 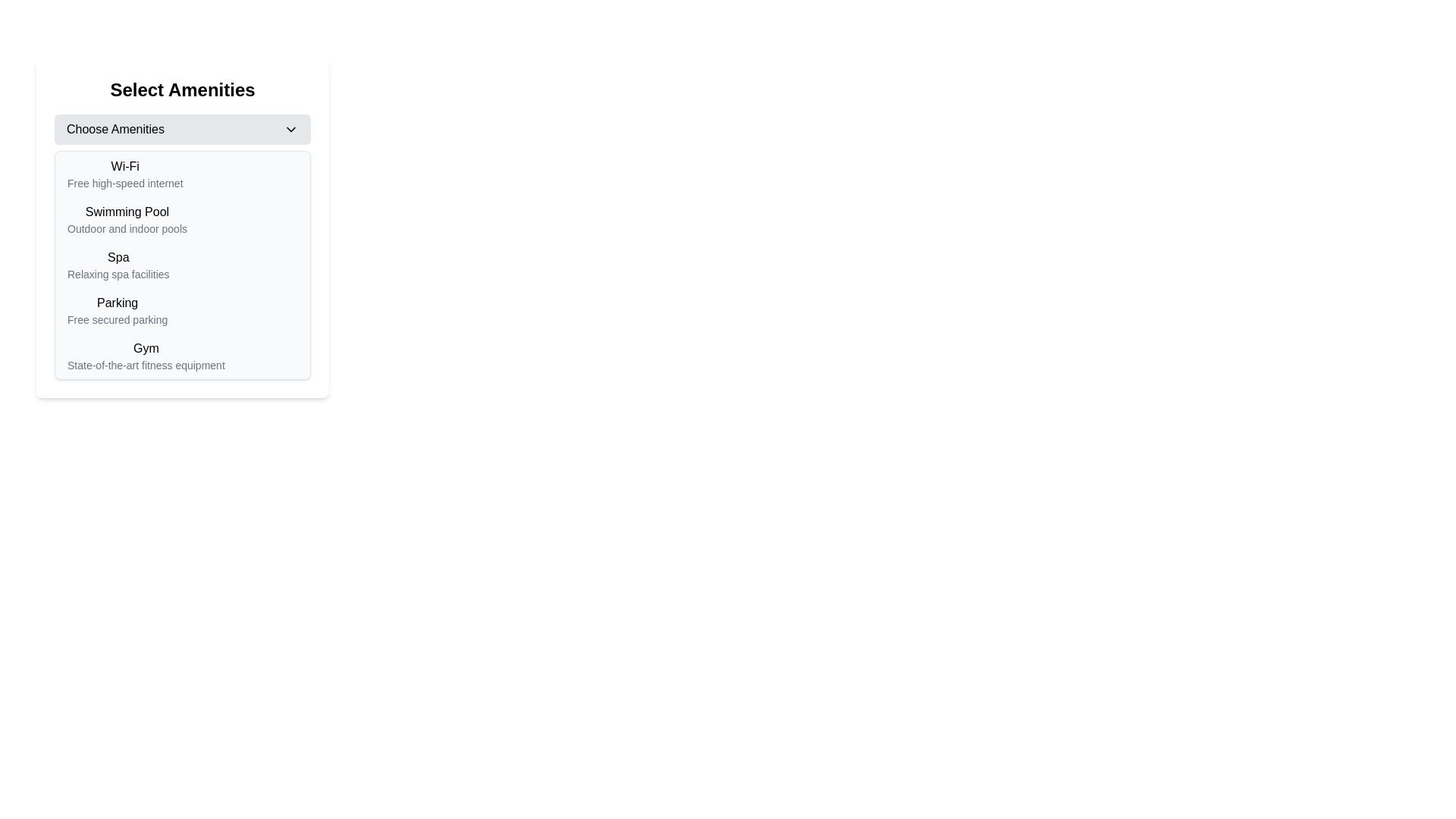 What do you see at coordinates (182, 309) in the screenshot?
I see `the list item displaying 'Parking' with the secondary description 'Free secured parking'` at bounding box center [182, 309].